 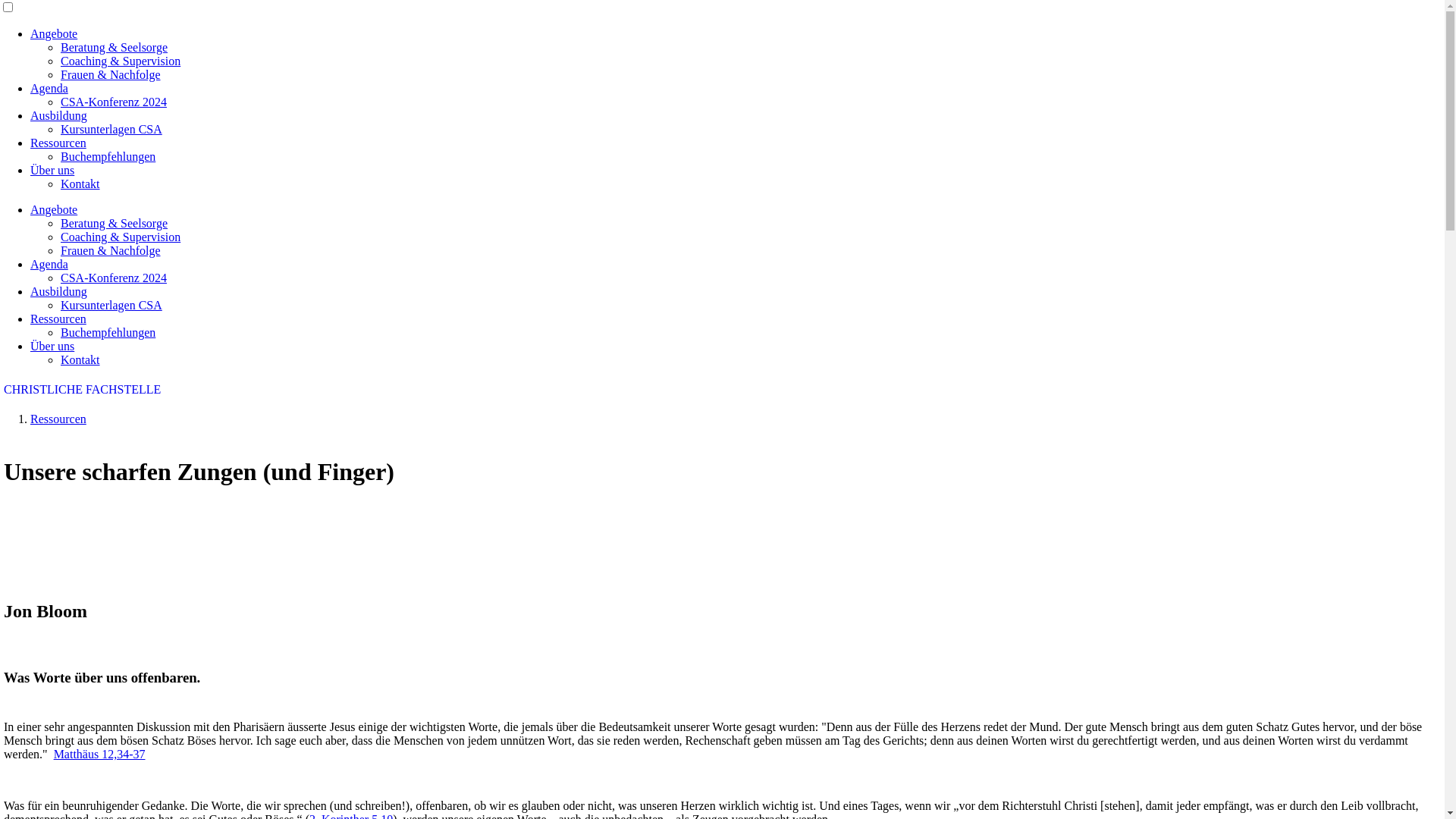 I want to click on 'Kursunterlagen CSA', so click(x=111, y=305).